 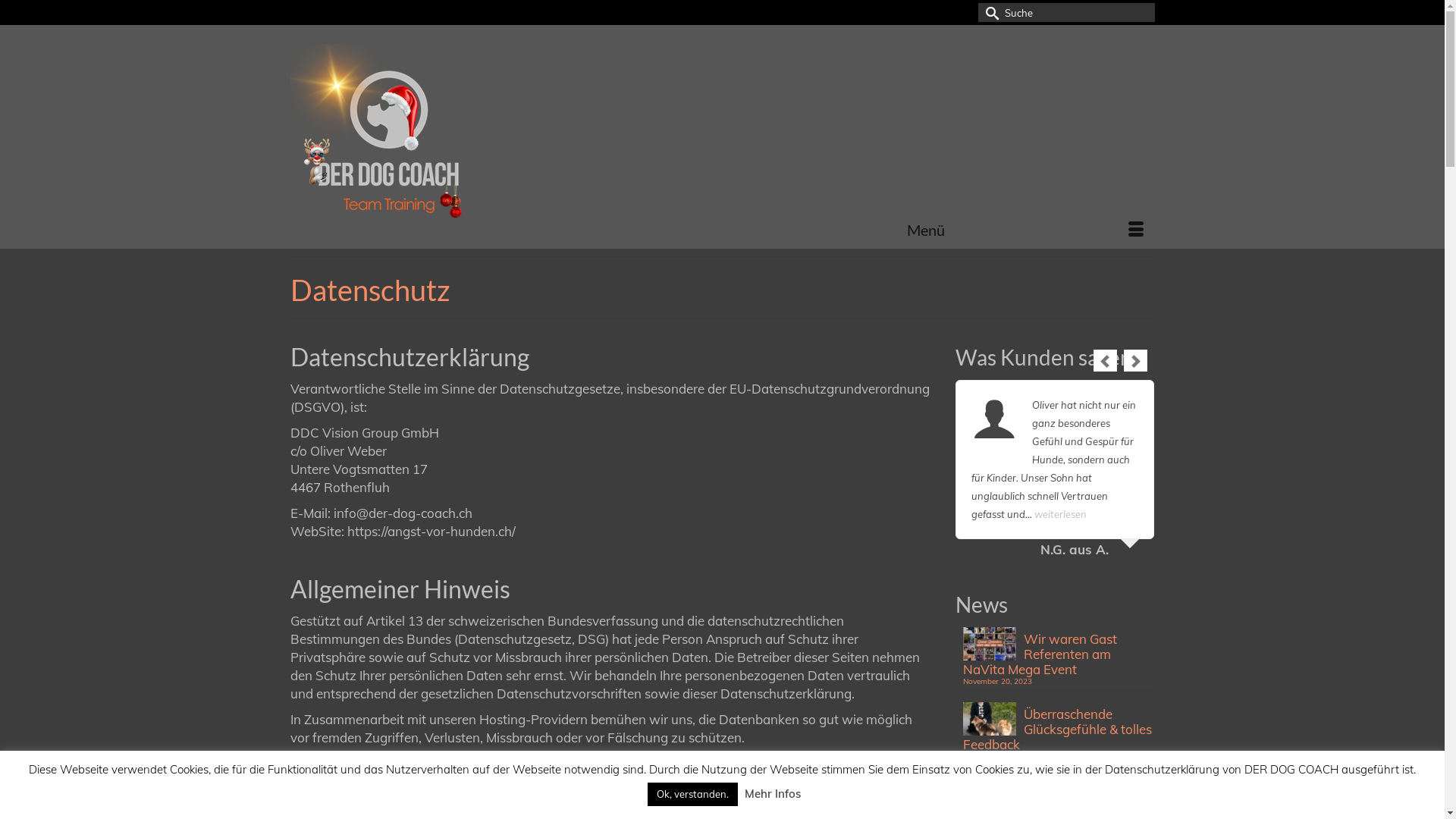 I want to click on 'weiterlesen', so click(x=1059, y=513).